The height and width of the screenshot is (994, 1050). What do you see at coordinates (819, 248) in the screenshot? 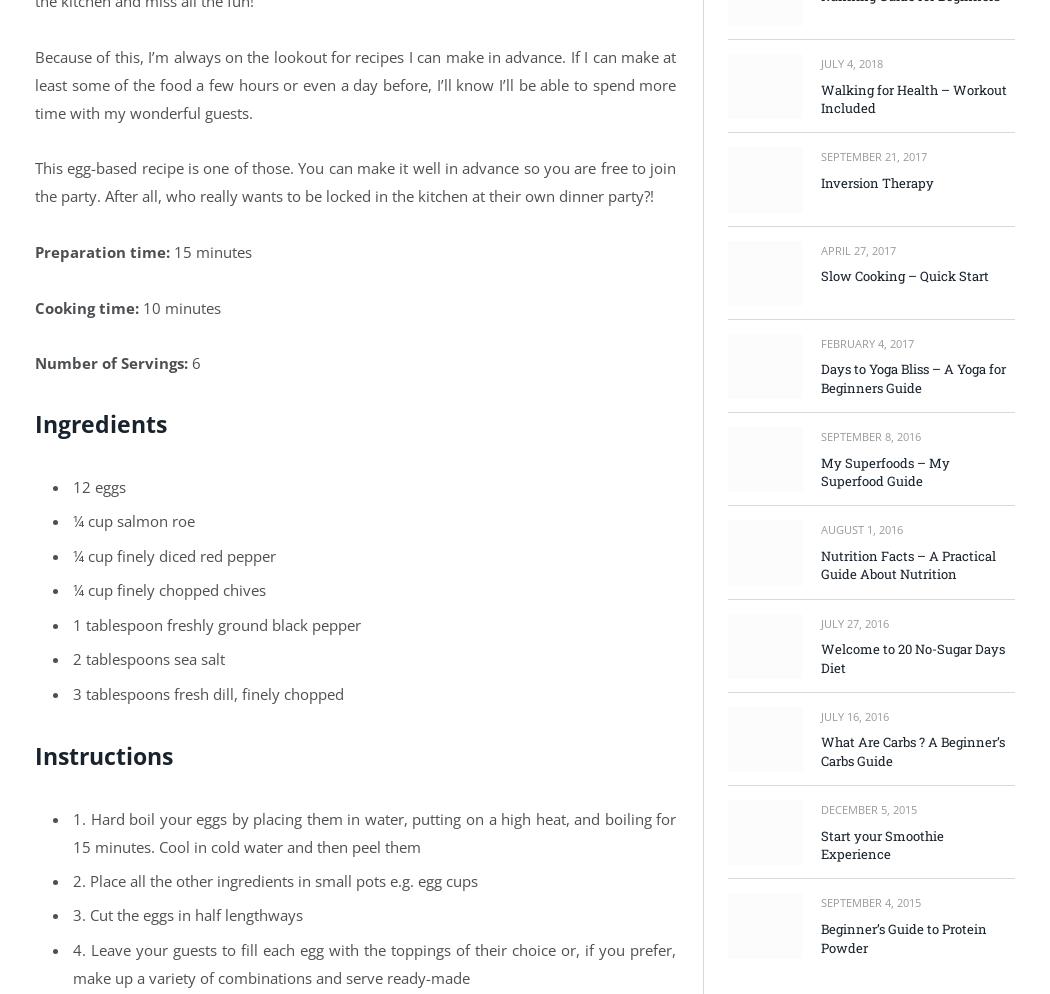
I see `'April 27, 2017'` at bounding box center [819, 248].